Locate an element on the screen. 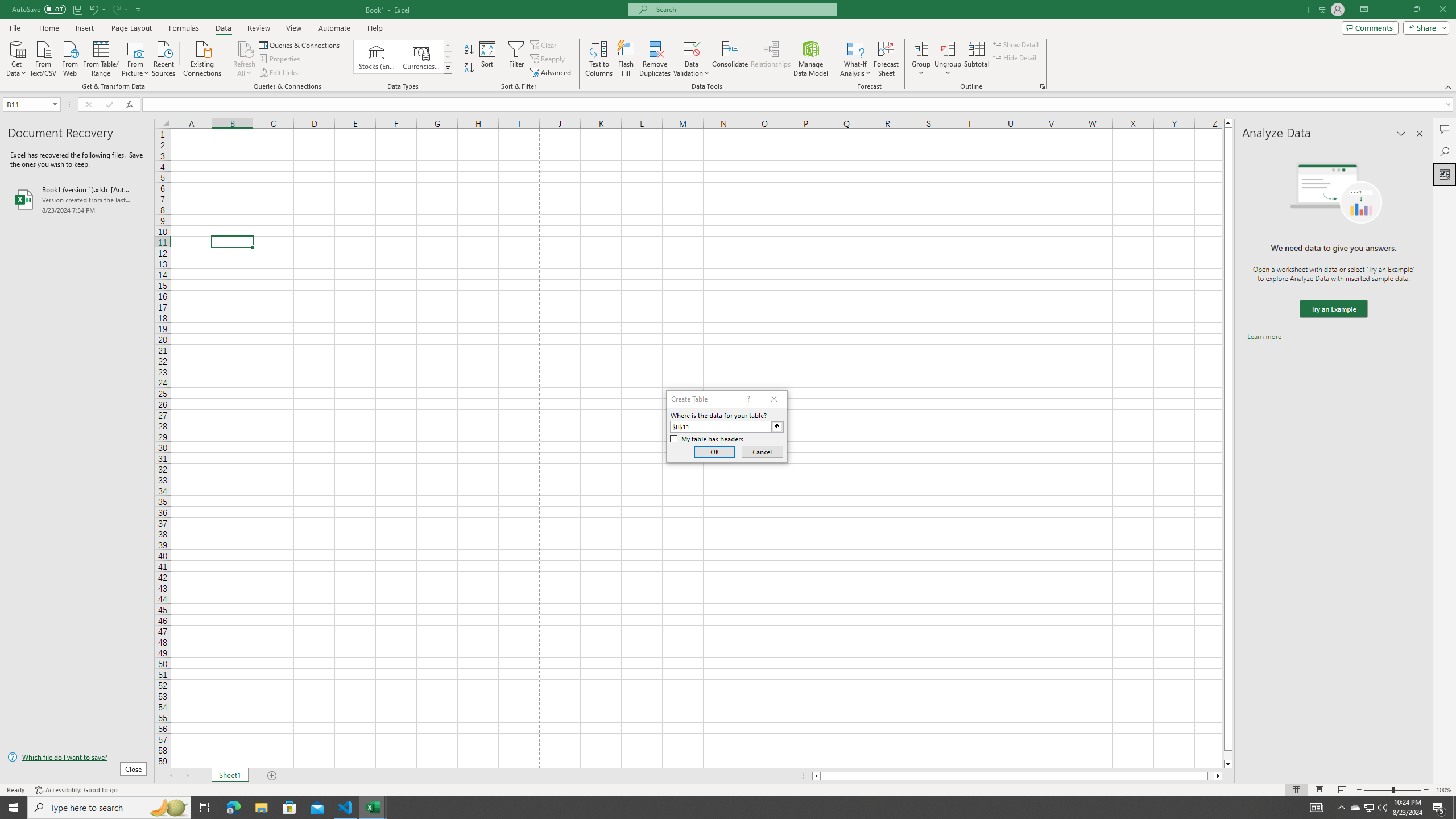  'Consolidate...' is located at coordinates (730, 59).